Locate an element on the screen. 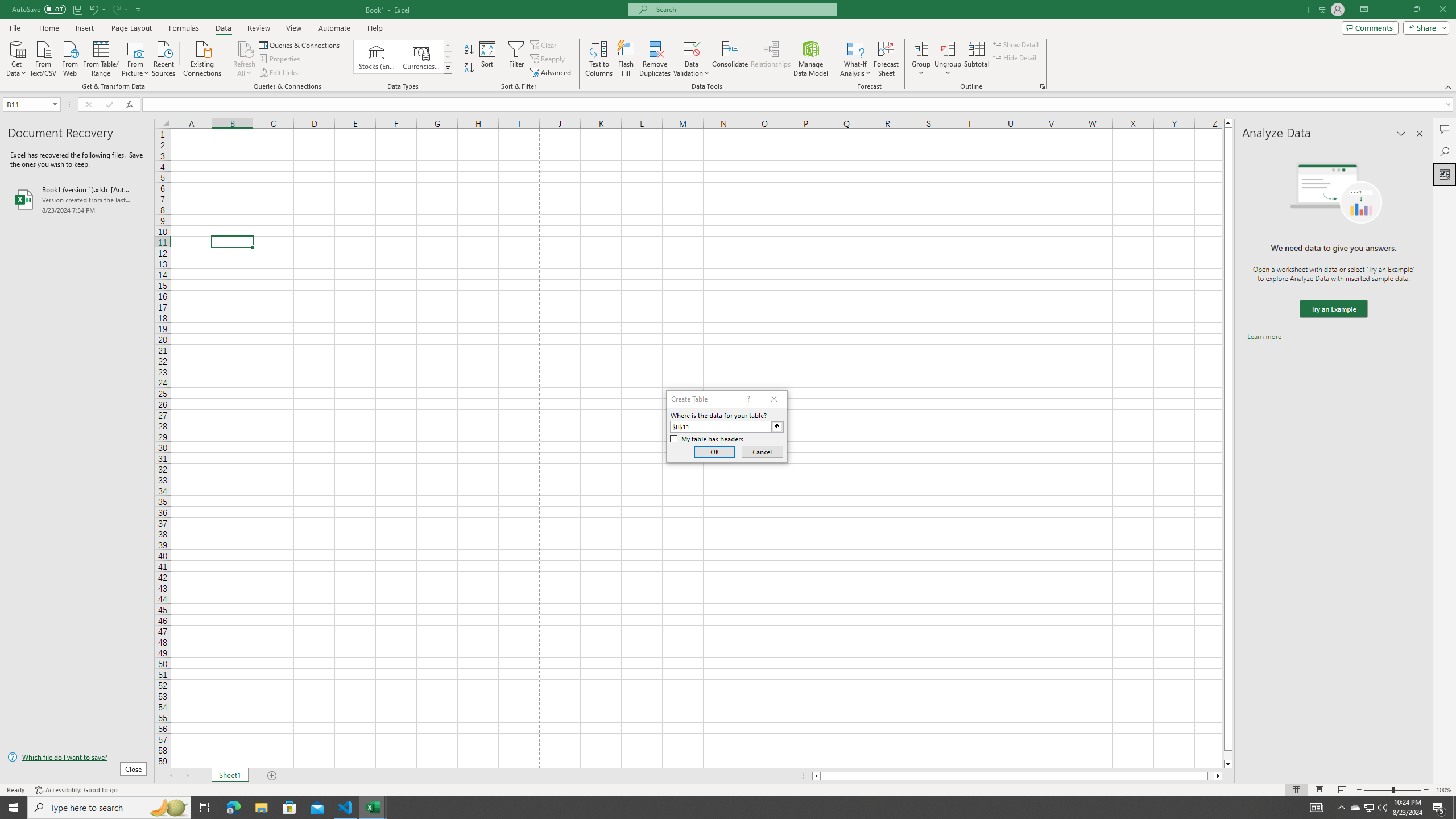  'Consolidate...' is located at coordinates (730, 59).